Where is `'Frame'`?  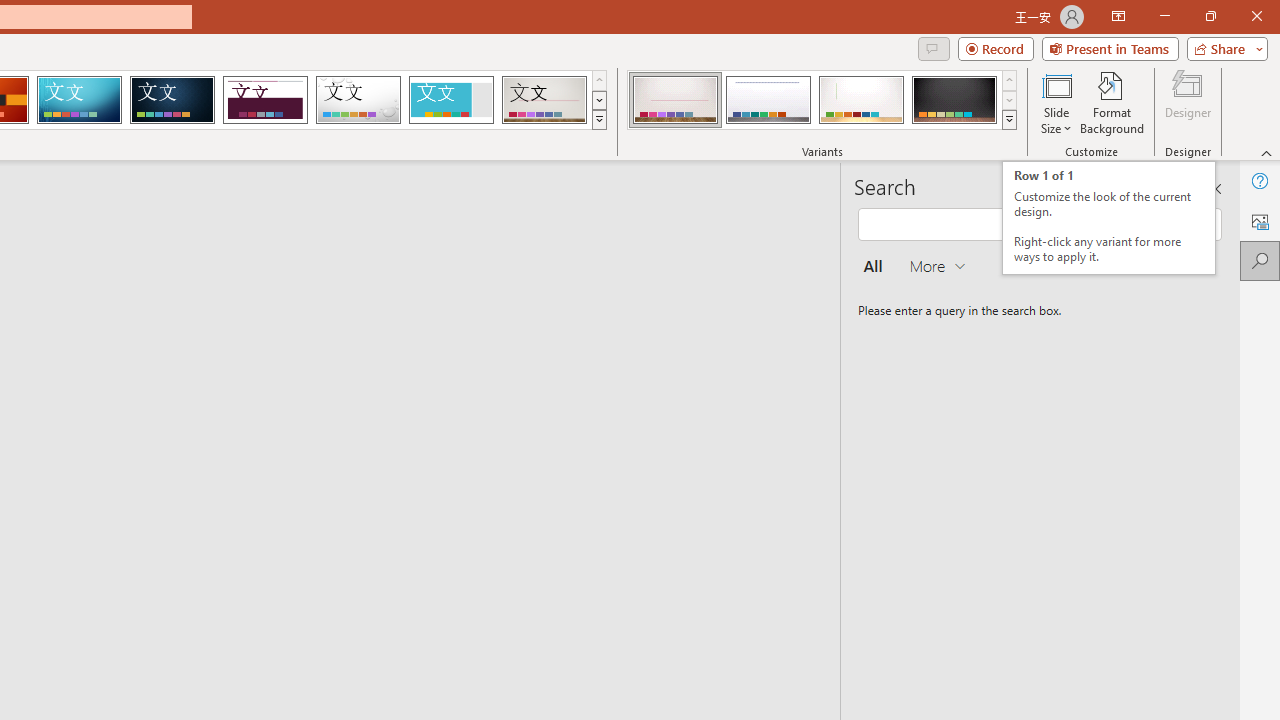
'Frame' is located at coordinates (450, 100).